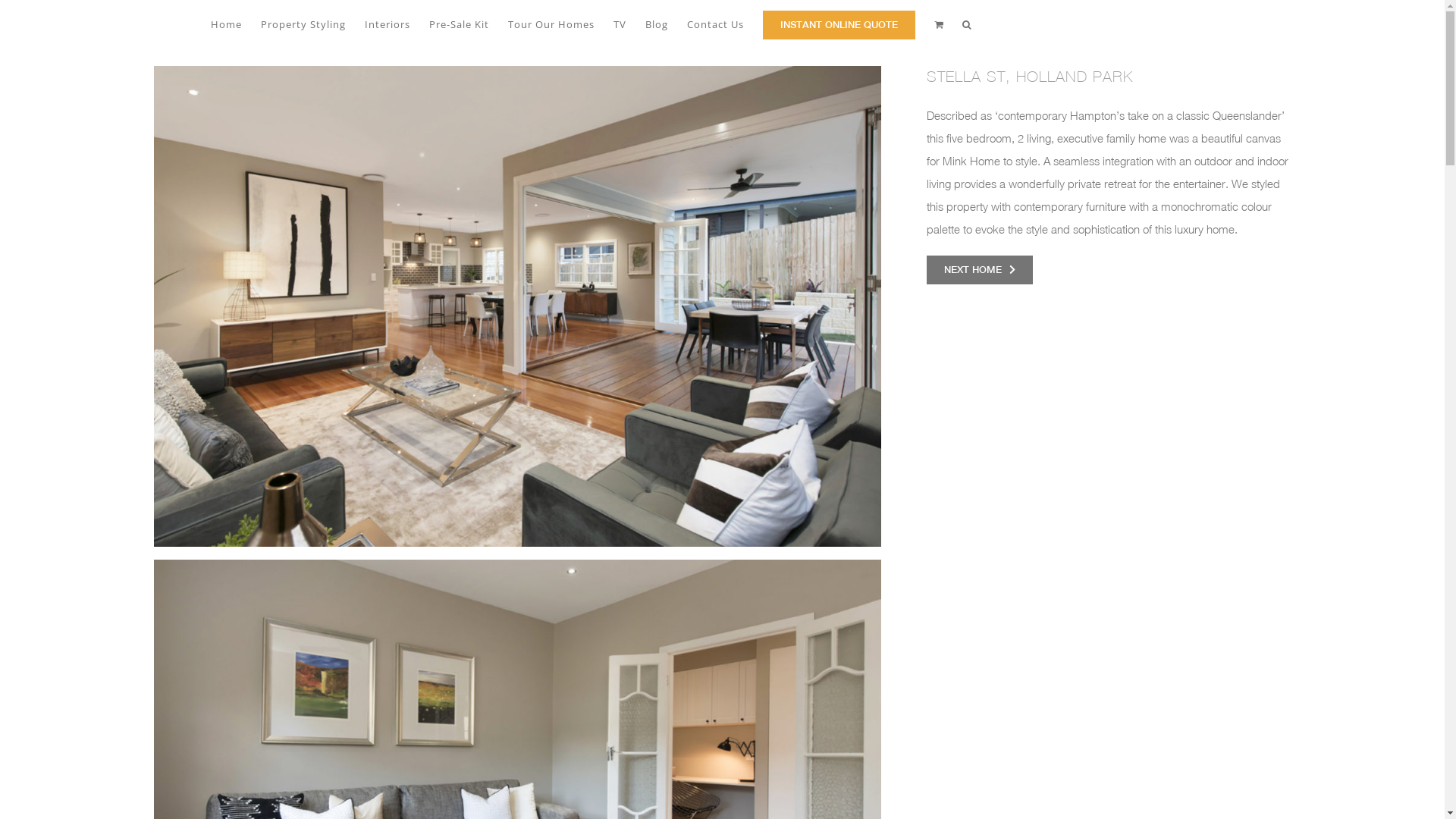 This screenshot has width=1456, height=819. Describe the element at coordinates (714, 23) in the screenshot. I see `'Contact Us'` at that location.